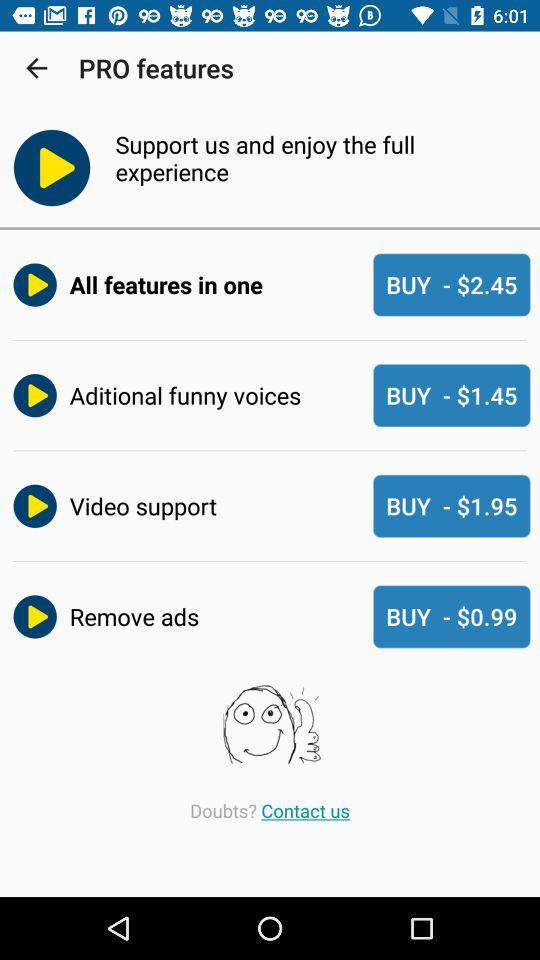 The image size is (540, 960). What do you see at coordinates (36, 68) in the screenshot?
I see `the app to the left of the pro features icon` at bounding box center [36, 68].